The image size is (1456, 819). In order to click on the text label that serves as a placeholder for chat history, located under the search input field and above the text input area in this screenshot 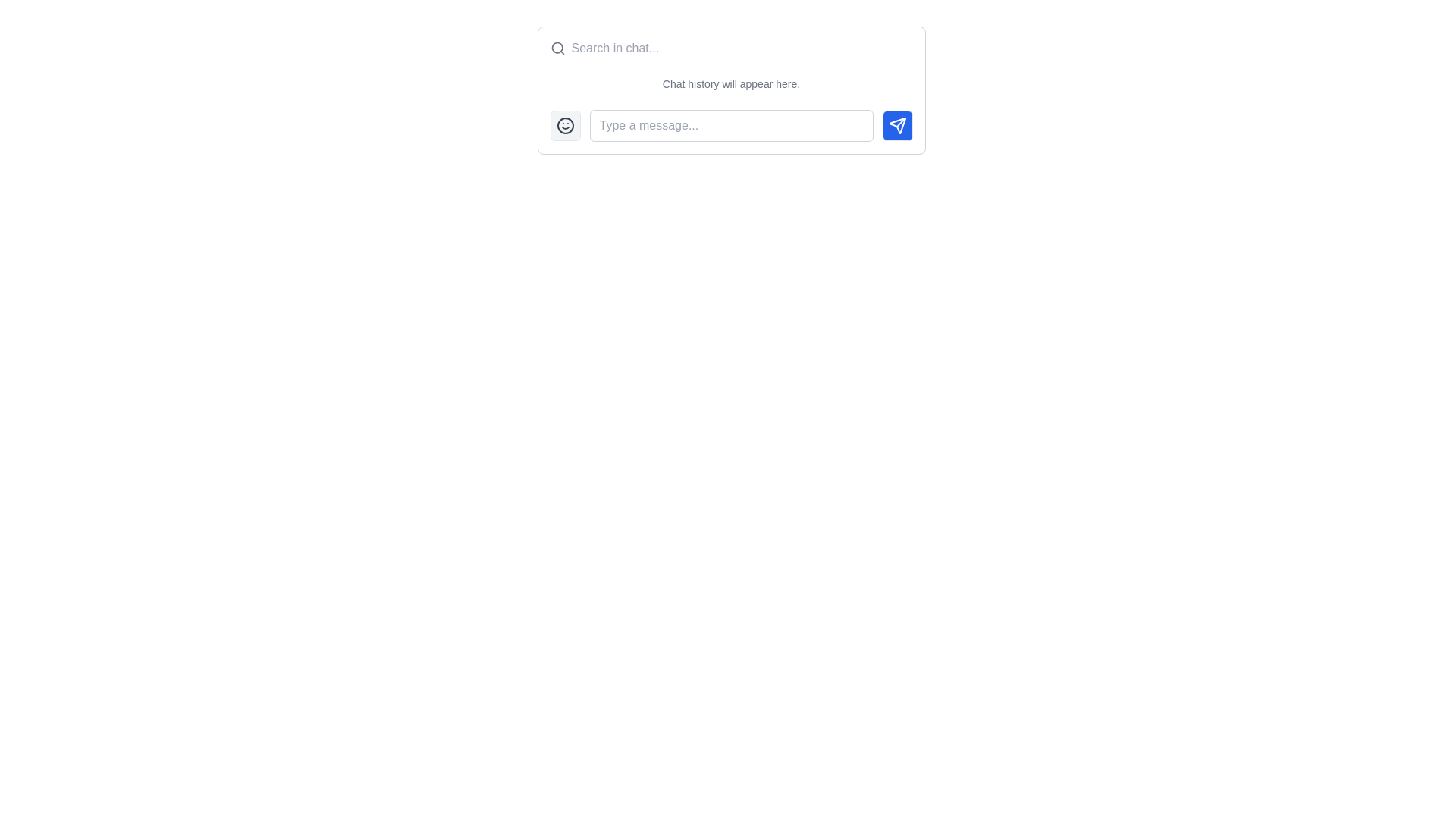, I will do `click(731, 87)`.